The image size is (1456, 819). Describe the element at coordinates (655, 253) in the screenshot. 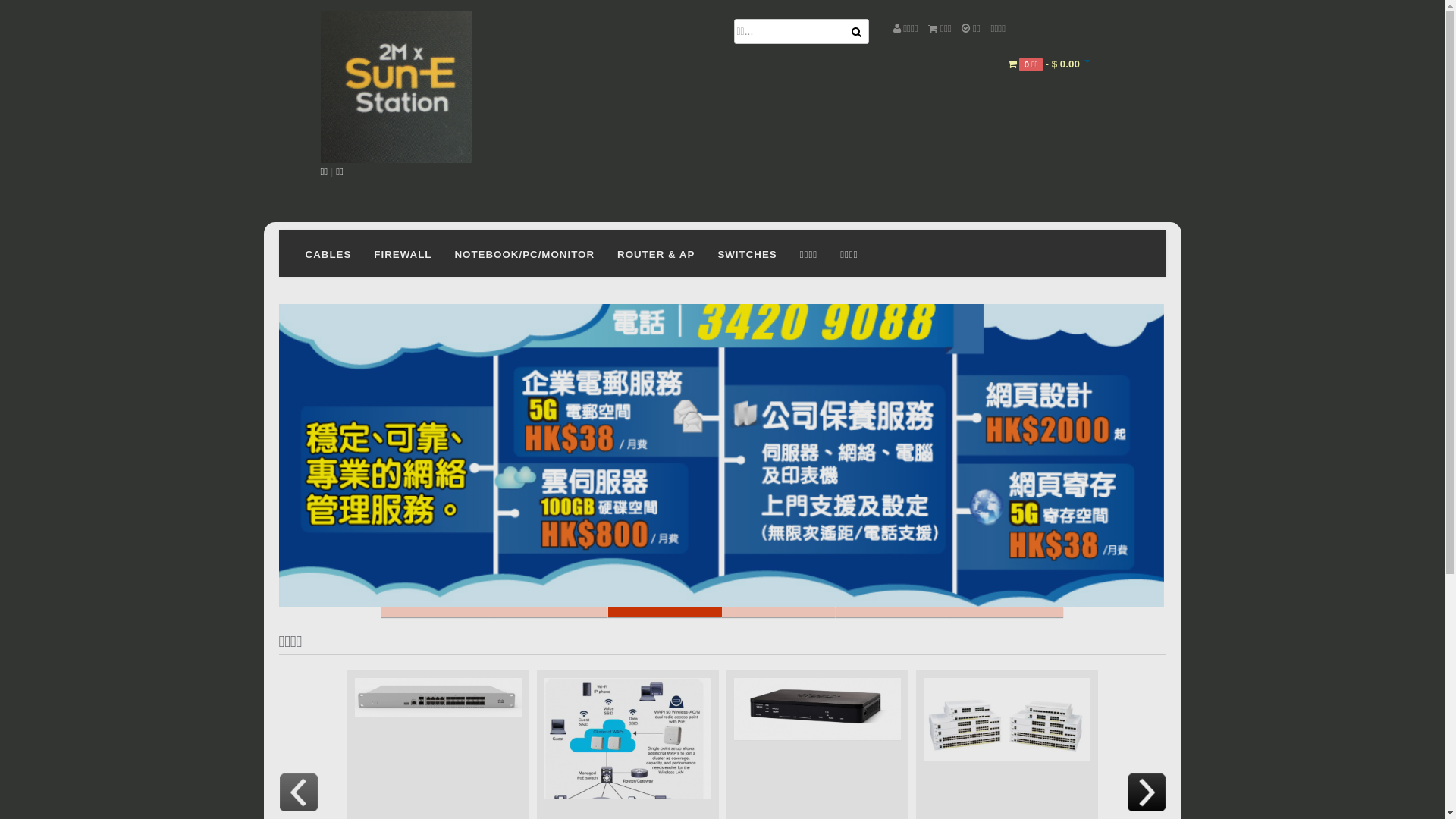

I see `'ROUTER & AP'` at that location.